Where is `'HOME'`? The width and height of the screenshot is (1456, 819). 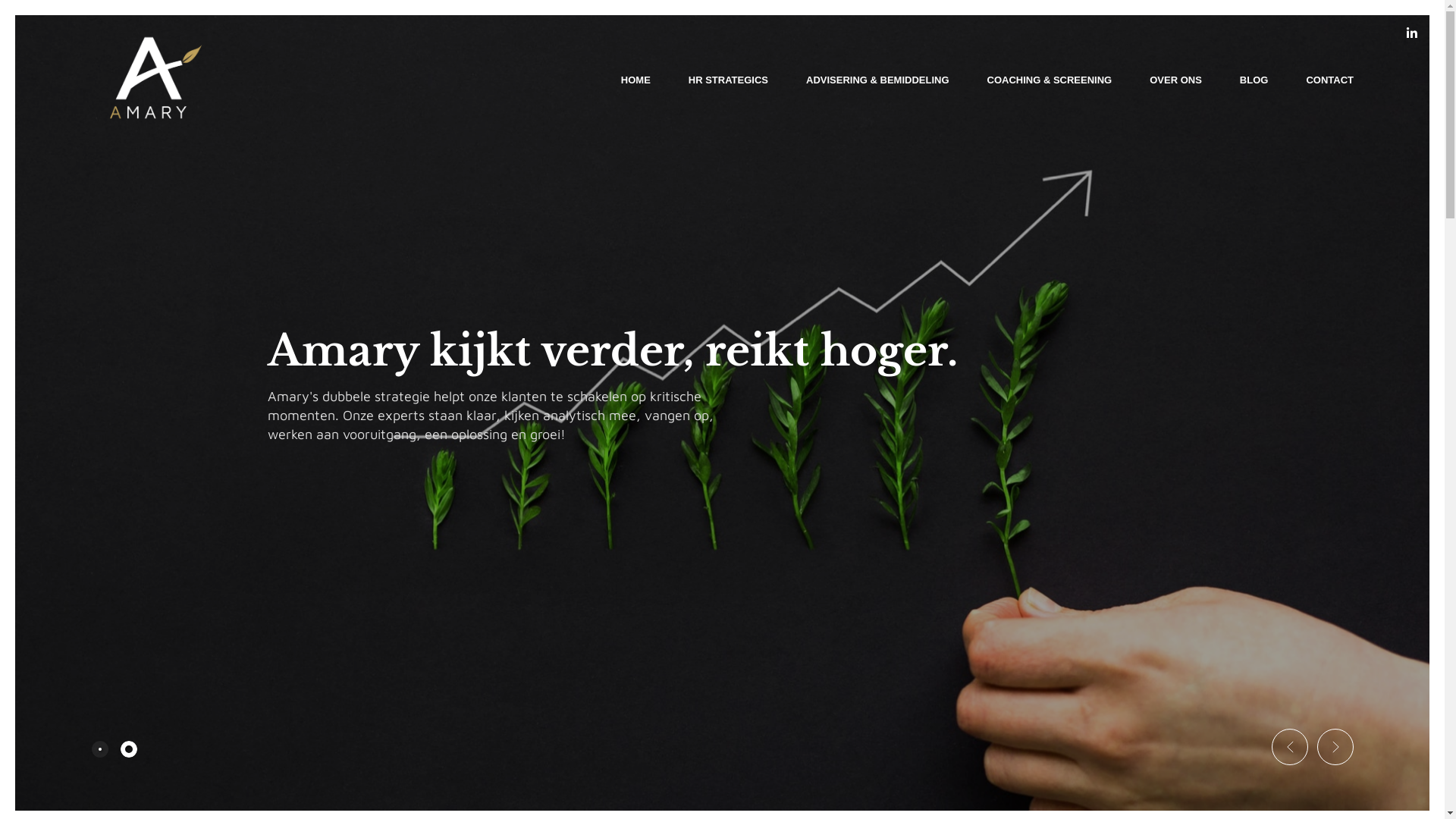 'HOME' is located at coordinates (635, 80).